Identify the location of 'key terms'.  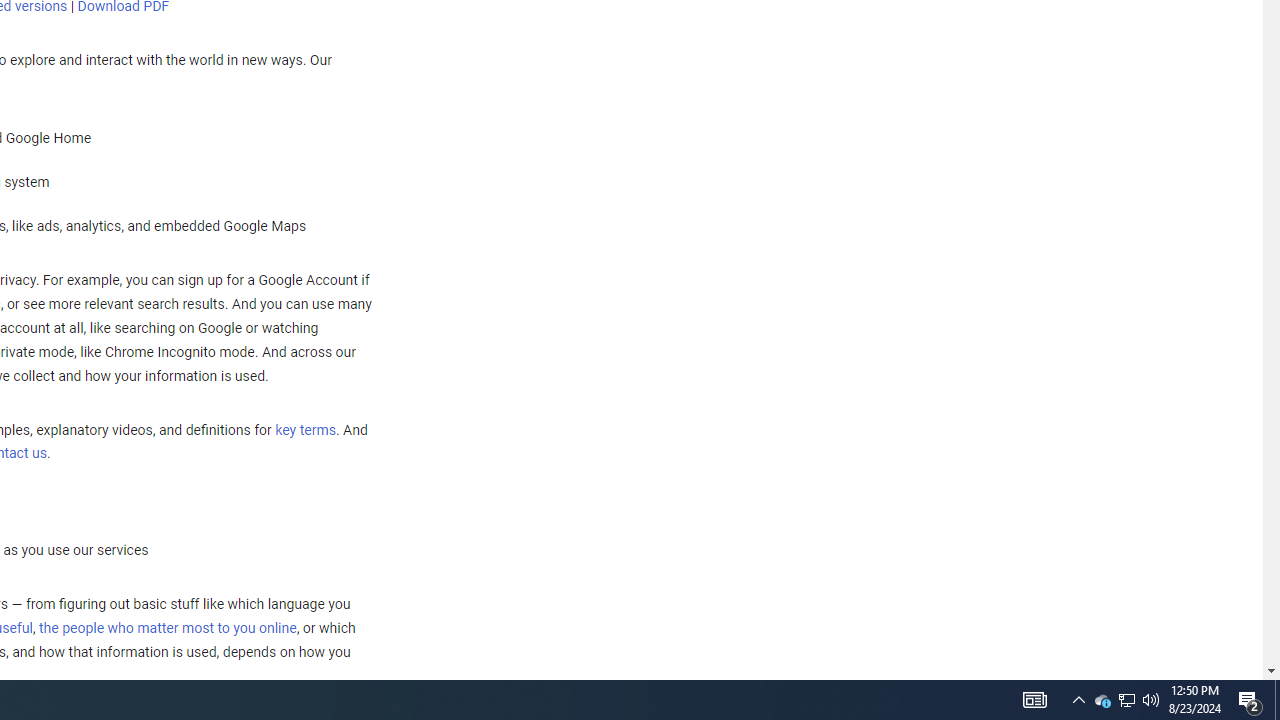
(304, 429).